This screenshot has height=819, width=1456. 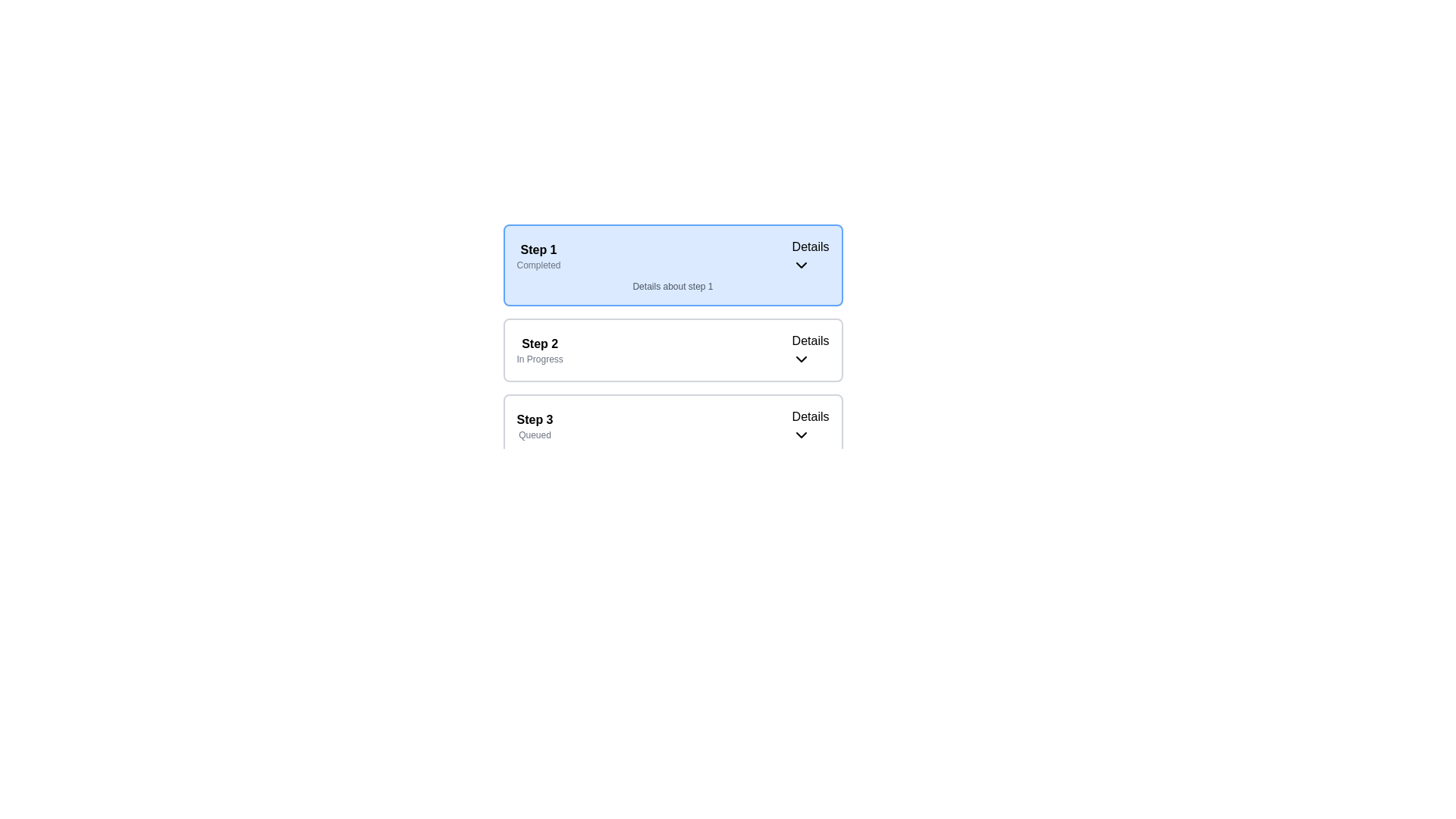 What do you see at coordinates (539, 350) in the screenshot?
I see `the 'Step 2' text label indicating the progress of the second step in the navigation interface` at bounding box center [539, 350].